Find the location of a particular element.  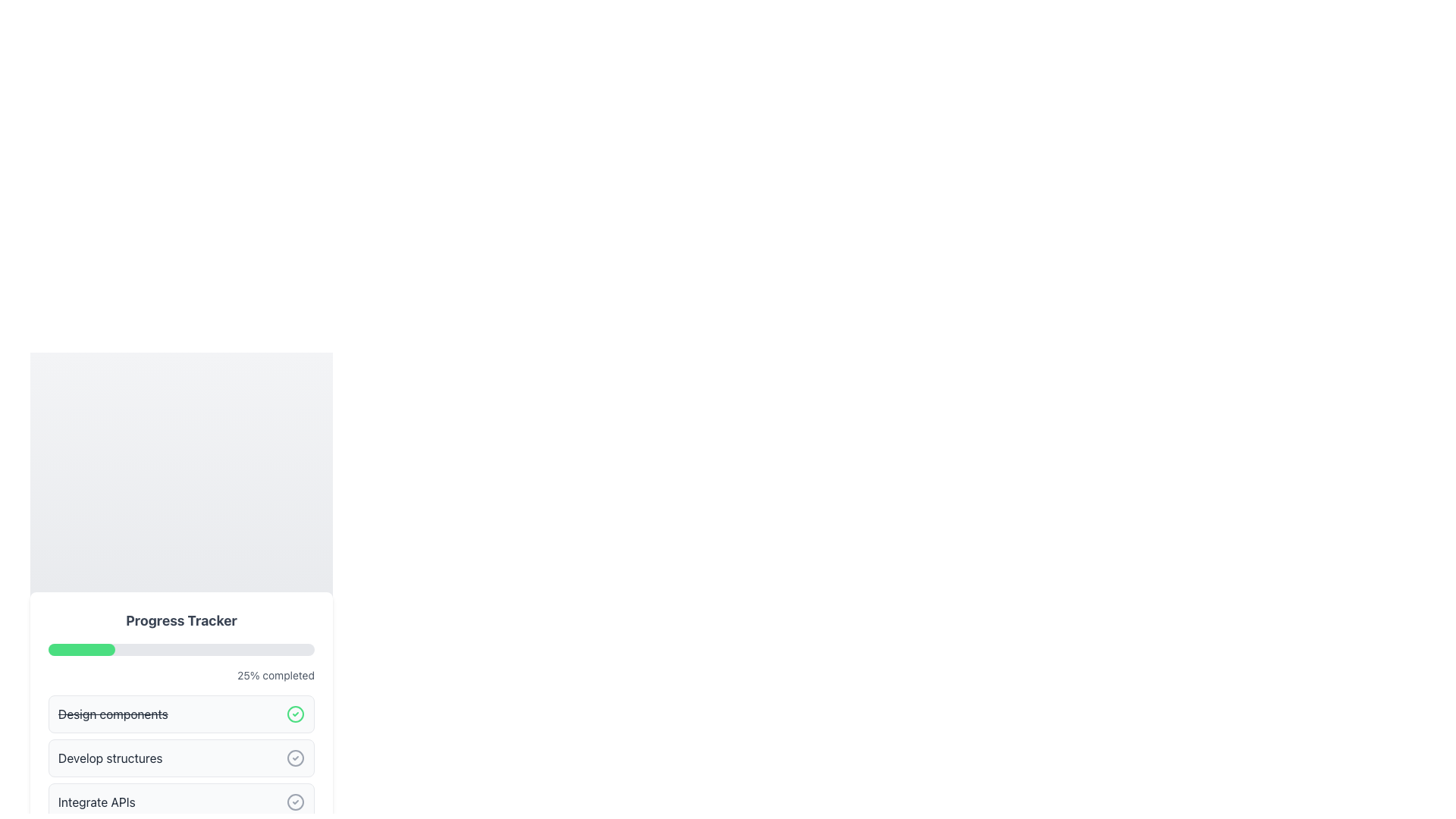

the circular green completion indicator icon with a checkmark, located to the right of 'Design components' in the progress tracker interface is located at coordinates (295, 714).